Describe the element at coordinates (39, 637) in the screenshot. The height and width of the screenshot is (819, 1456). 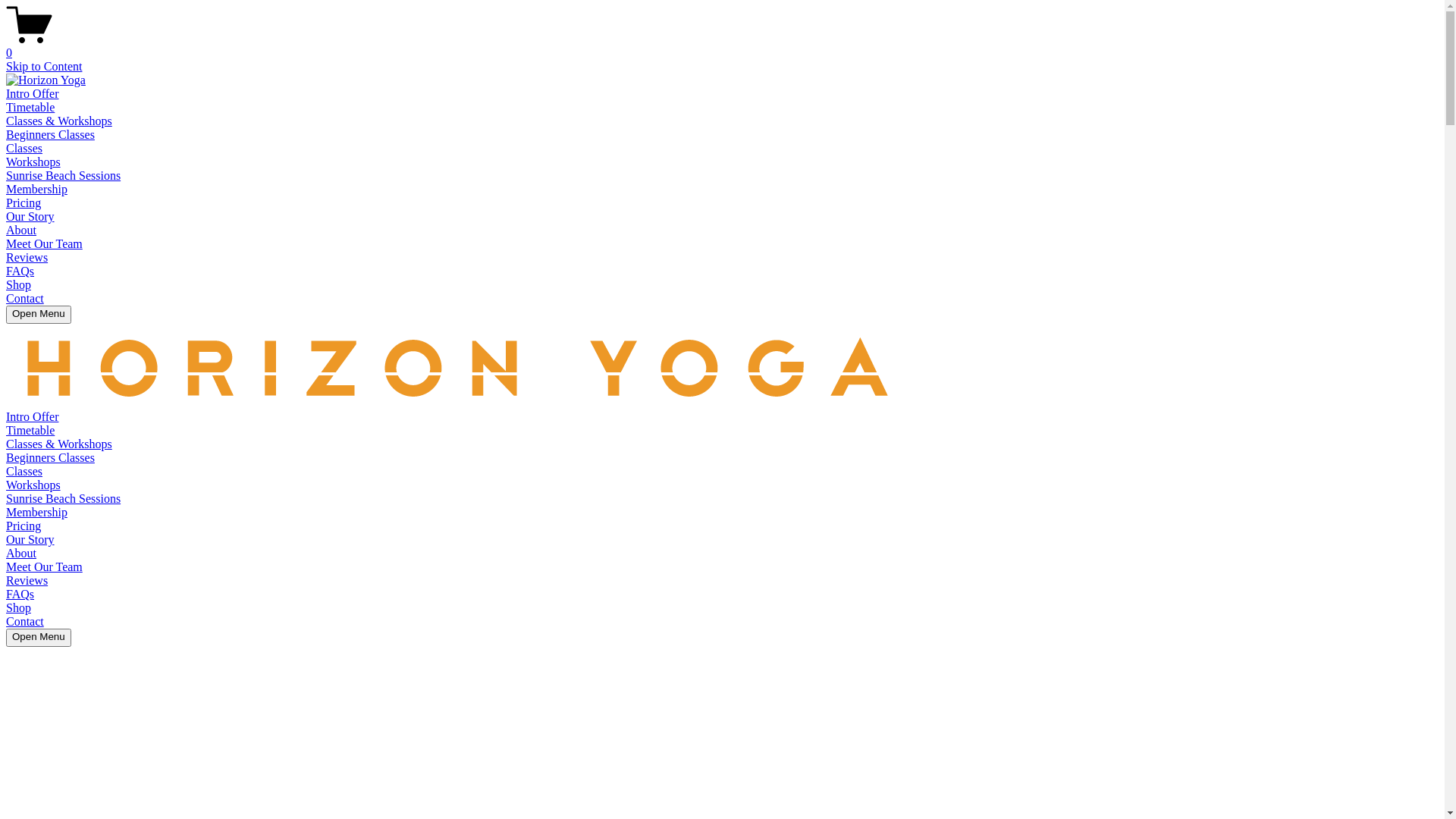
I see `'Open Menu'` at that location.